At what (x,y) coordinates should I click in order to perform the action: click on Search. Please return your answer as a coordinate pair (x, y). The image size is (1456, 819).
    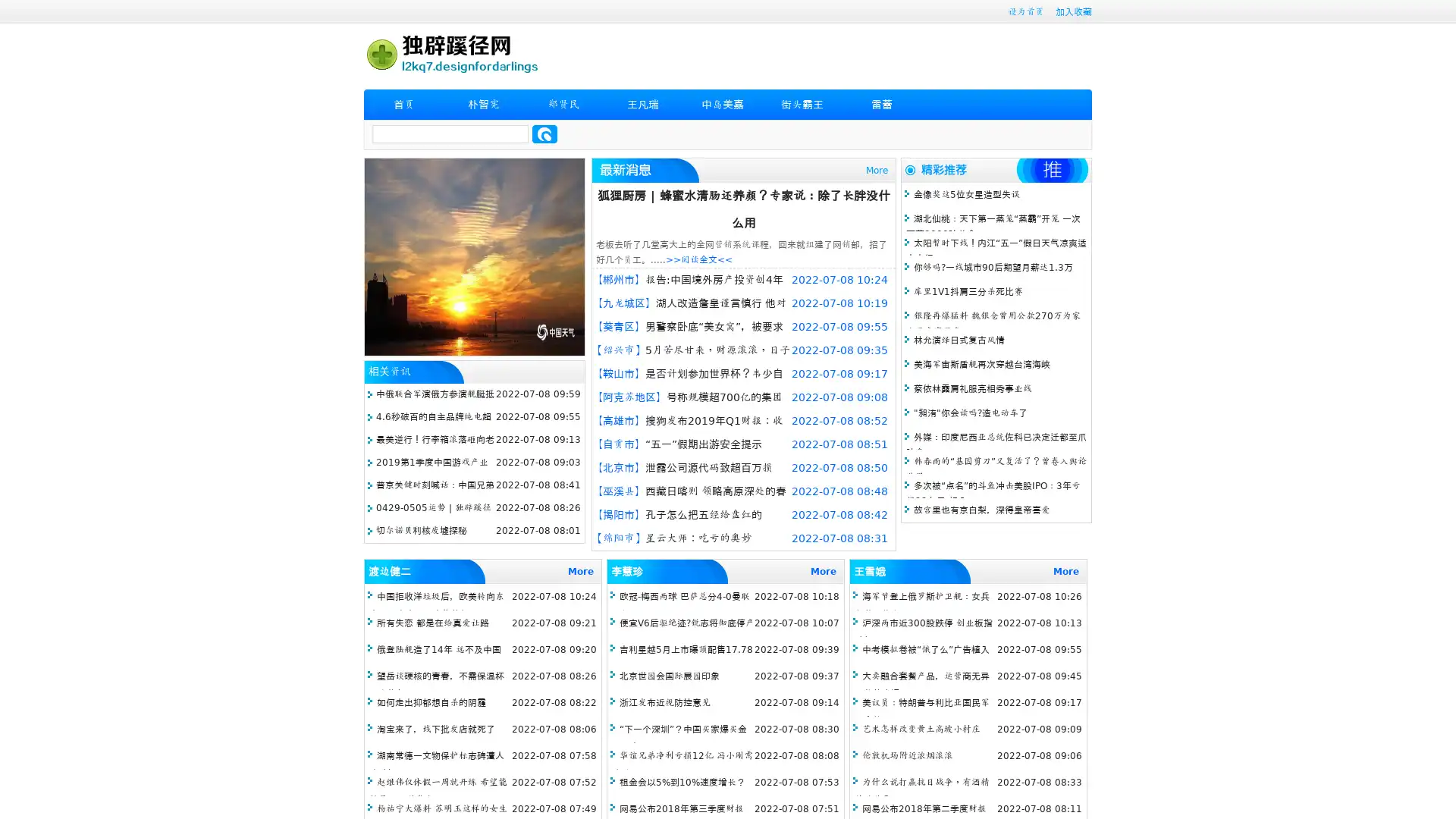
    Looking at the image, I should click on (544, 133).